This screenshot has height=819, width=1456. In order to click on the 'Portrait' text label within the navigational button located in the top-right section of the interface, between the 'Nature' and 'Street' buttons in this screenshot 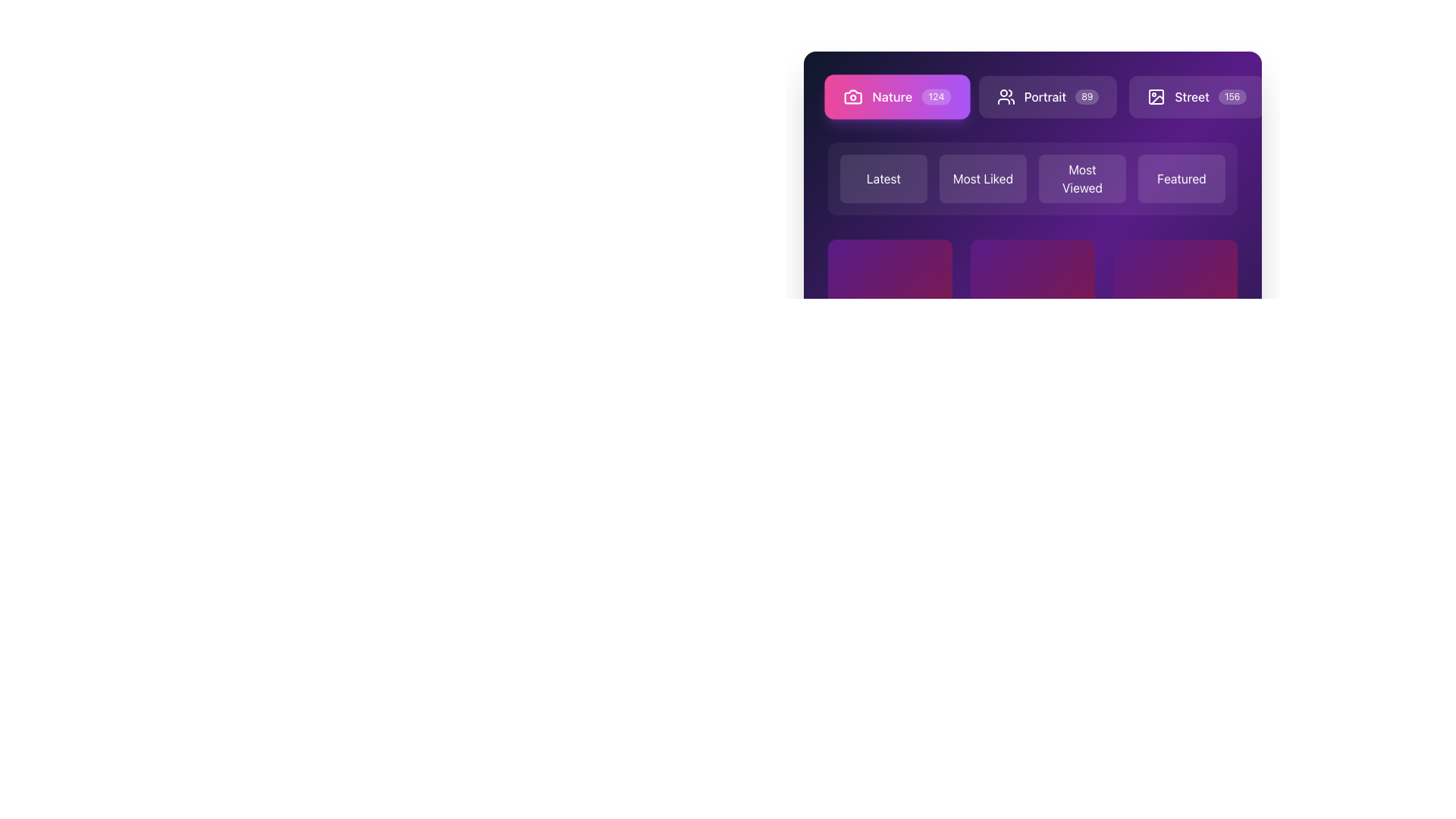, I will do `click(1043, 96)`.